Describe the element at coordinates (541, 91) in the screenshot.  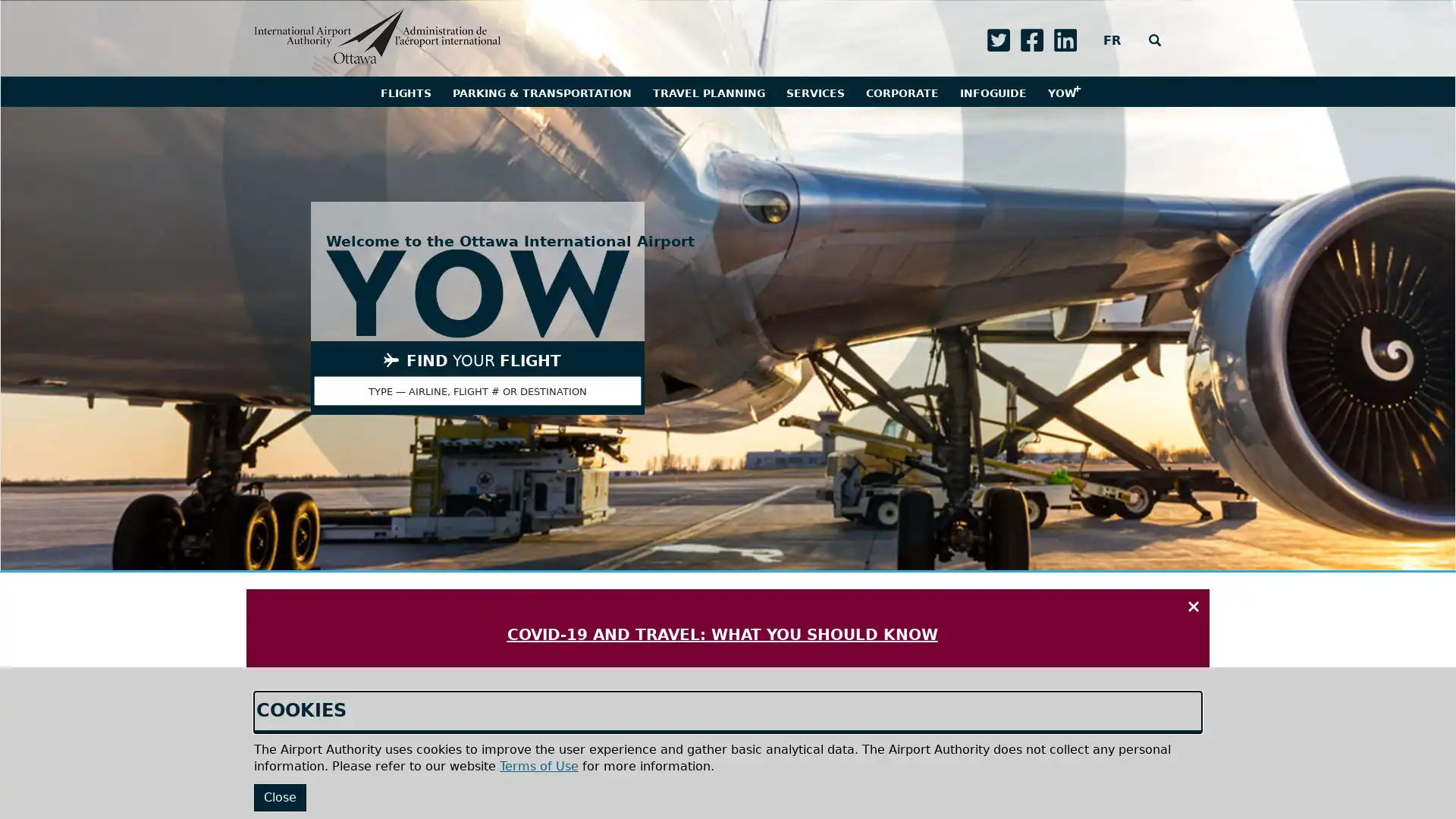
I see `Show Parking & Transportation Sub Menu` at that location.